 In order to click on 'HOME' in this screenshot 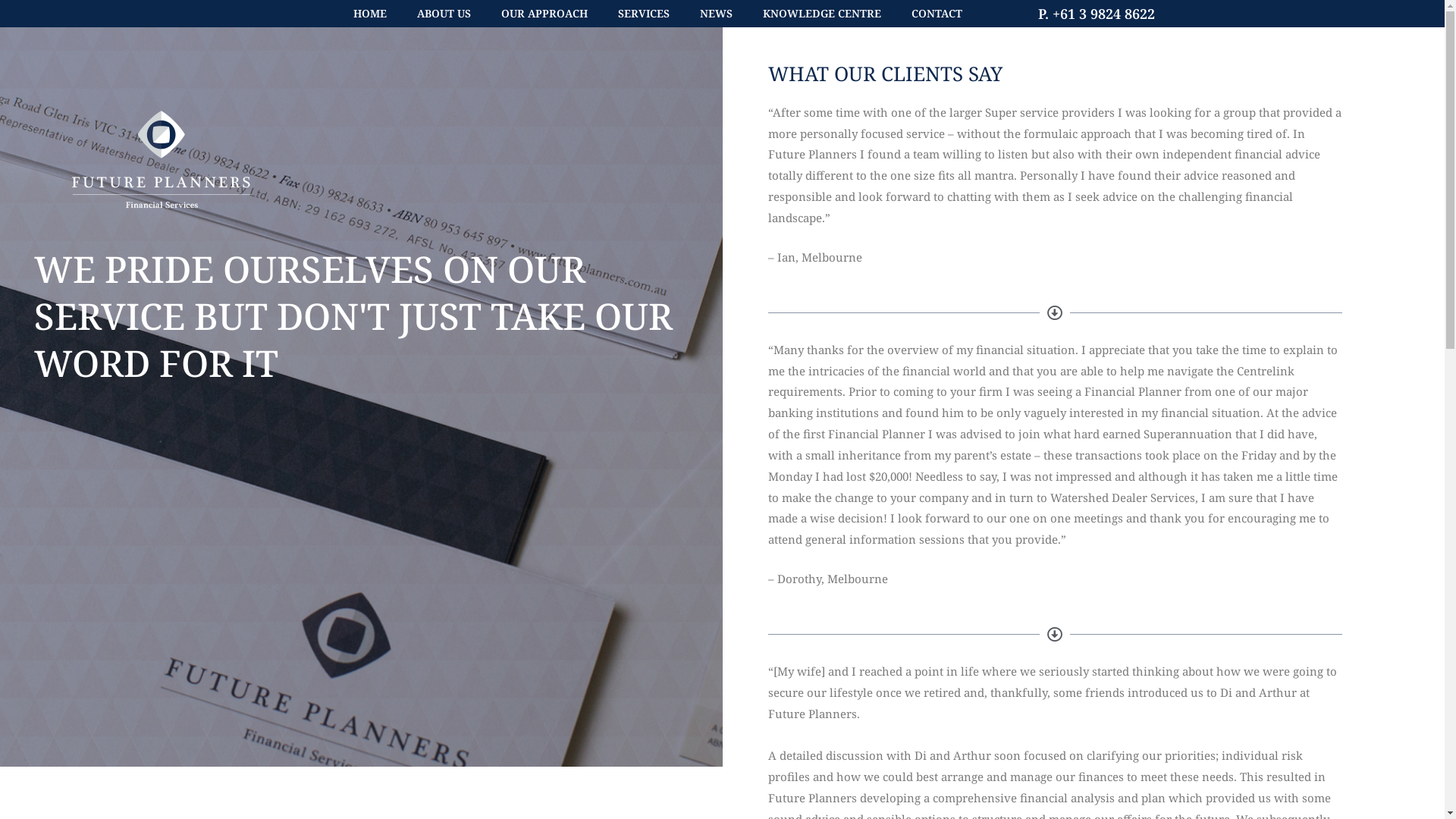, I will do `click(370, 14)`.